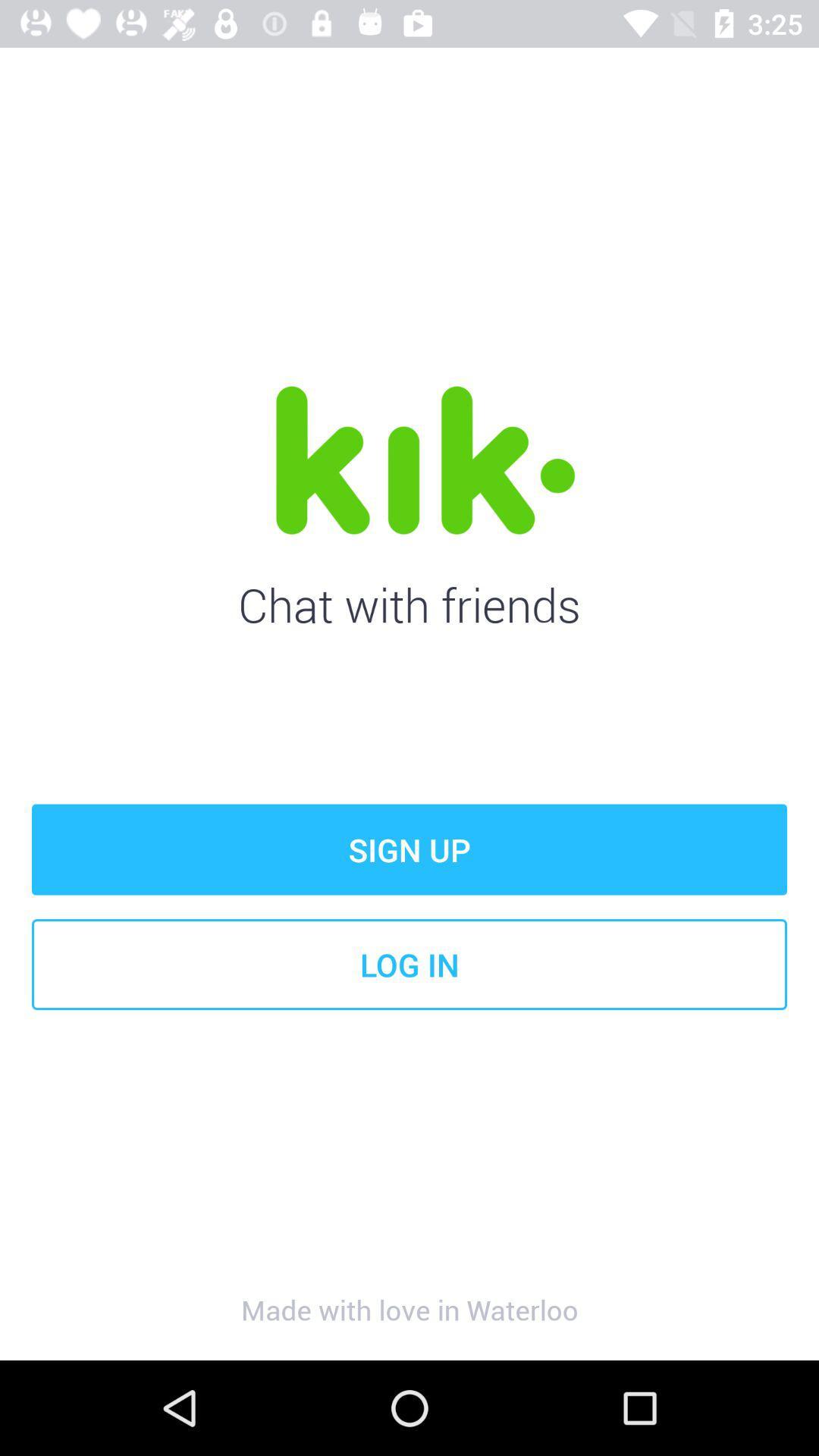  Describe the element at coordinates (409, 964) in the screenshot. I see `item above the made with love icon` at that location.